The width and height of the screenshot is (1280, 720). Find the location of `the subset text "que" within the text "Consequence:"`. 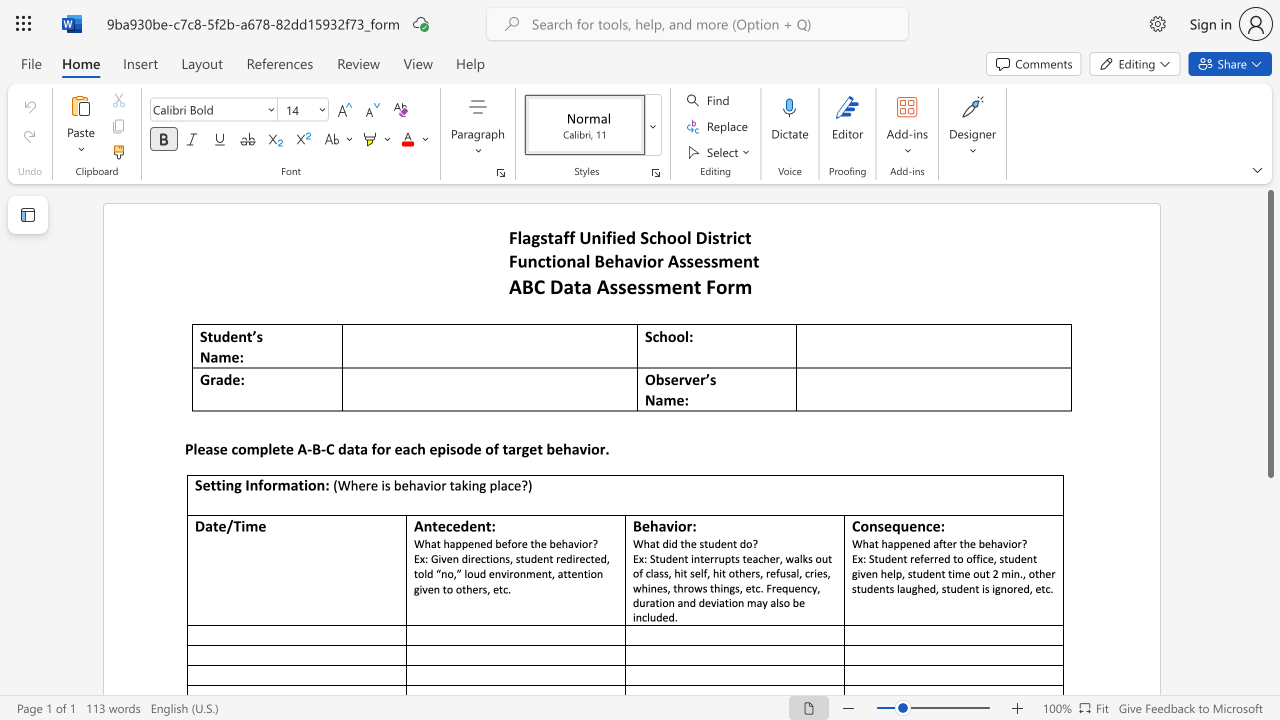

the subset text "que" within the text "Consequence:" is located at coordinates (891, 525).